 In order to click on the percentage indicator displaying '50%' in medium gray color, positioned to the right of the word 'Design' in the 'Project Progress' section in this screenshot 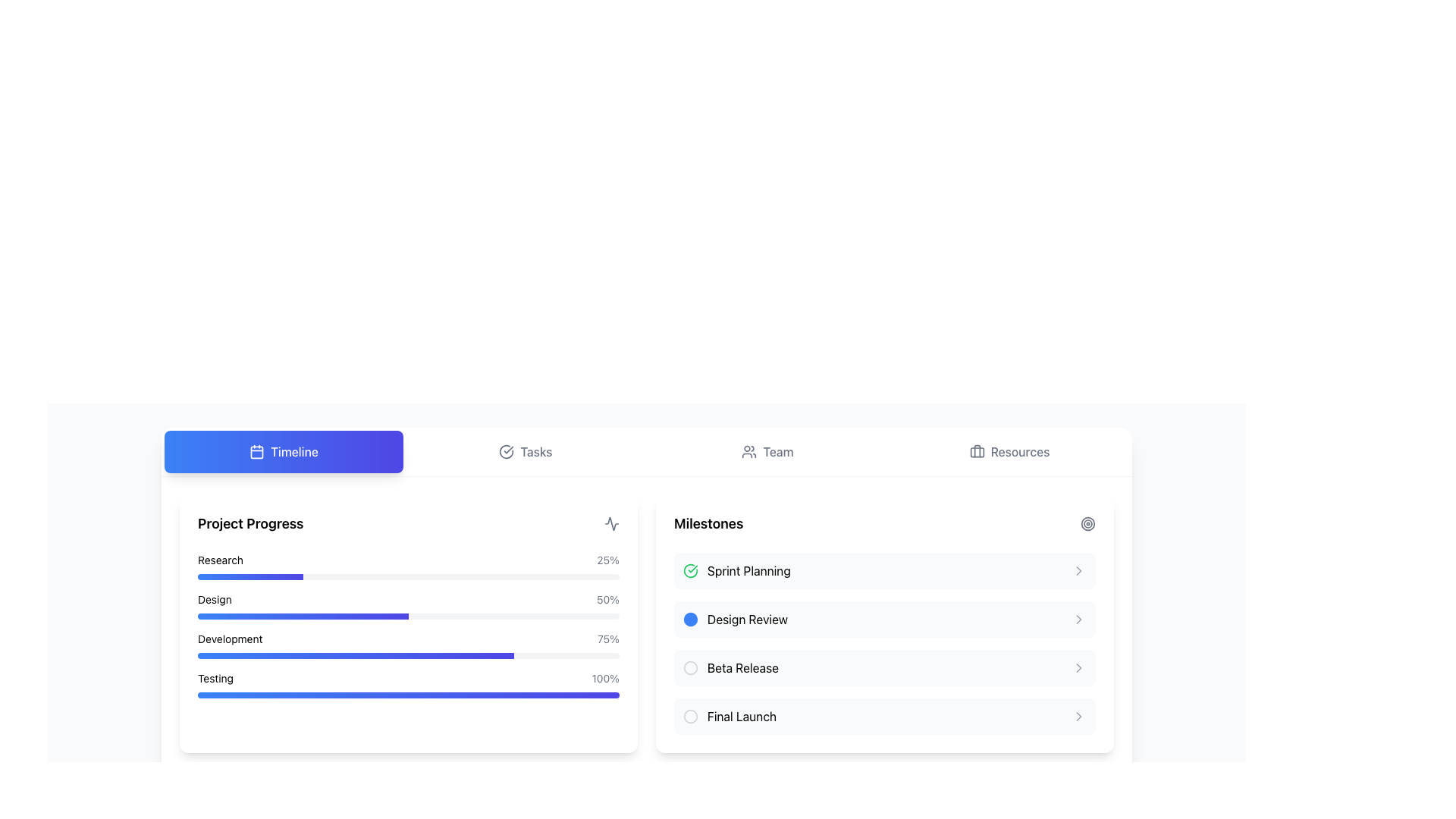, I will do `click(607, 598)`.